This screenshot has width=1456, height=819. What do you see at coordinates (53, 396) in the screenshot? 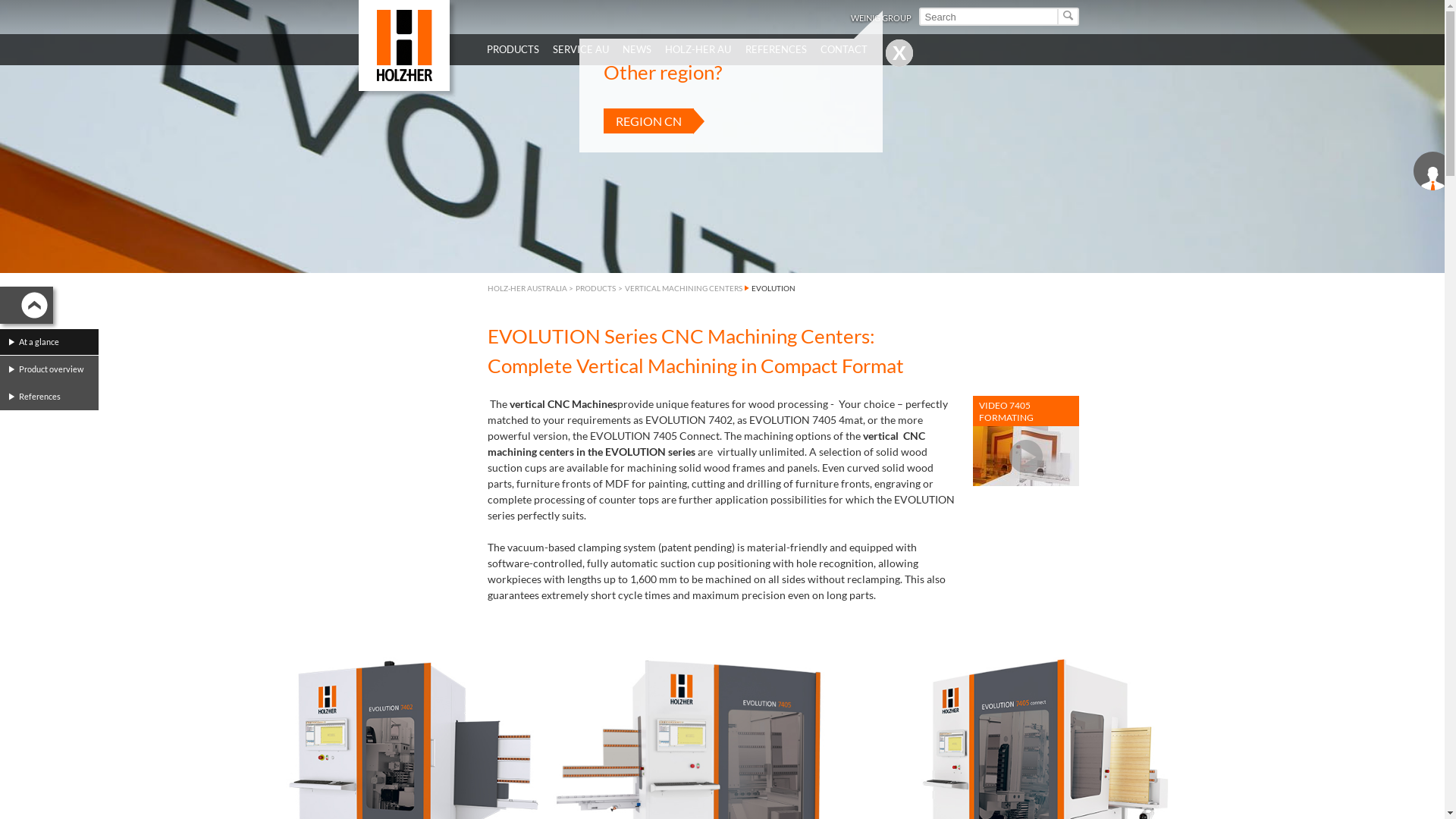
I see `'References'` at bounding box center [53, 396].